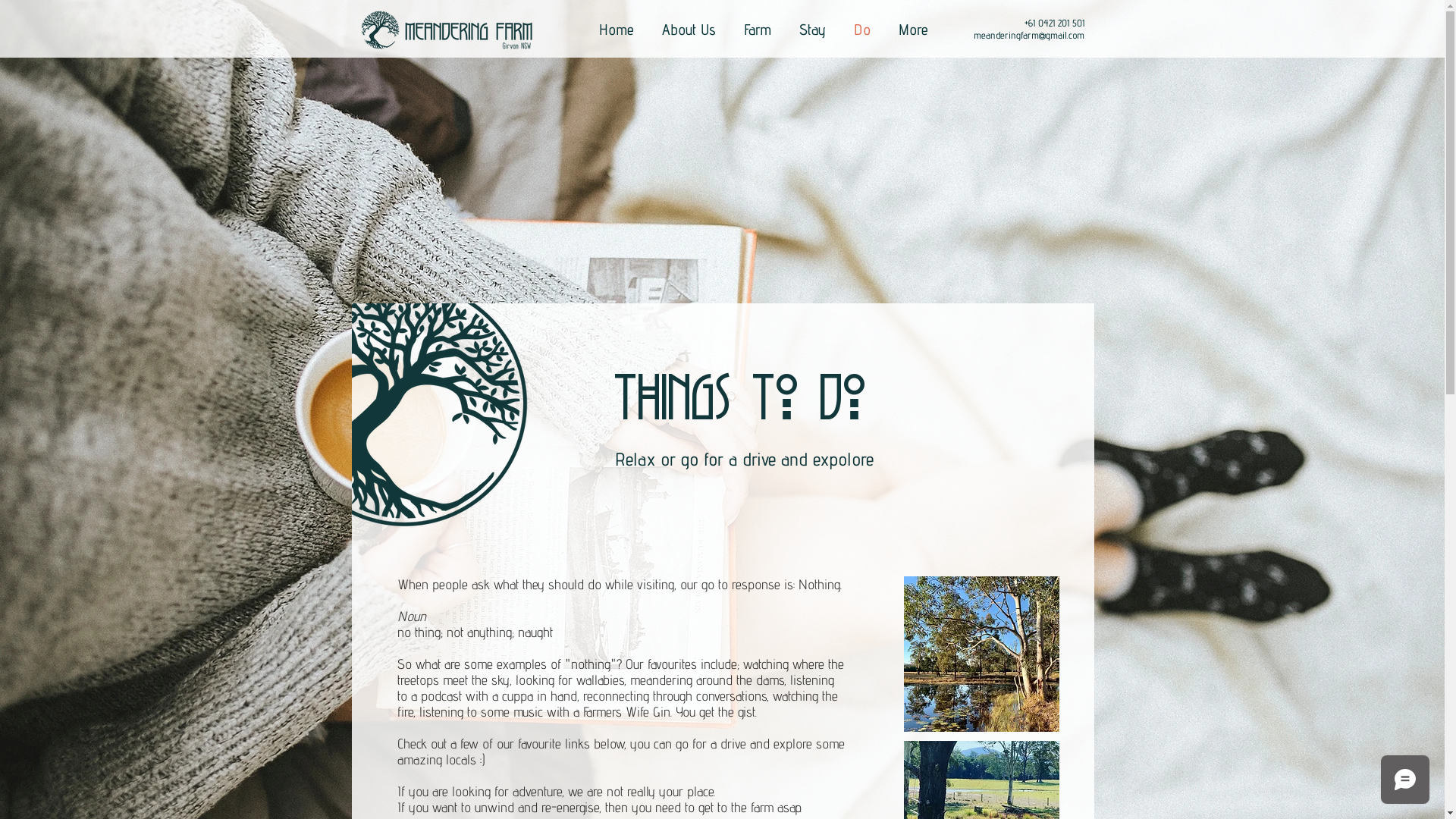  Describe the element at coordinates (839, 30) in the screenshot. I see `'Do'` at that location.